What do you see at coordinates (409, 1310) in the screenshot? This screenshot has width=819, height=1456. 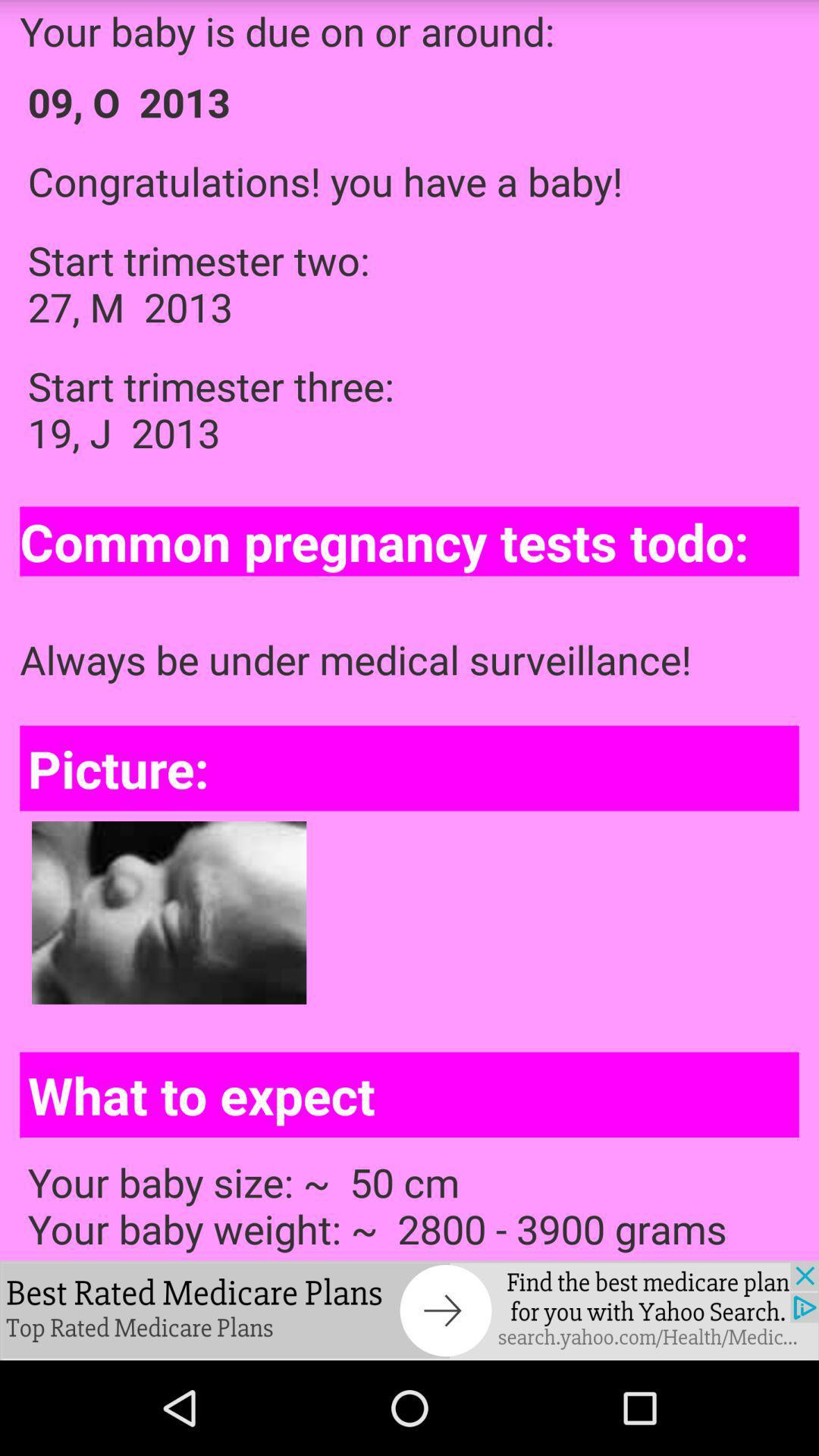 I see `notifications` at bounding box center [409, 1310].